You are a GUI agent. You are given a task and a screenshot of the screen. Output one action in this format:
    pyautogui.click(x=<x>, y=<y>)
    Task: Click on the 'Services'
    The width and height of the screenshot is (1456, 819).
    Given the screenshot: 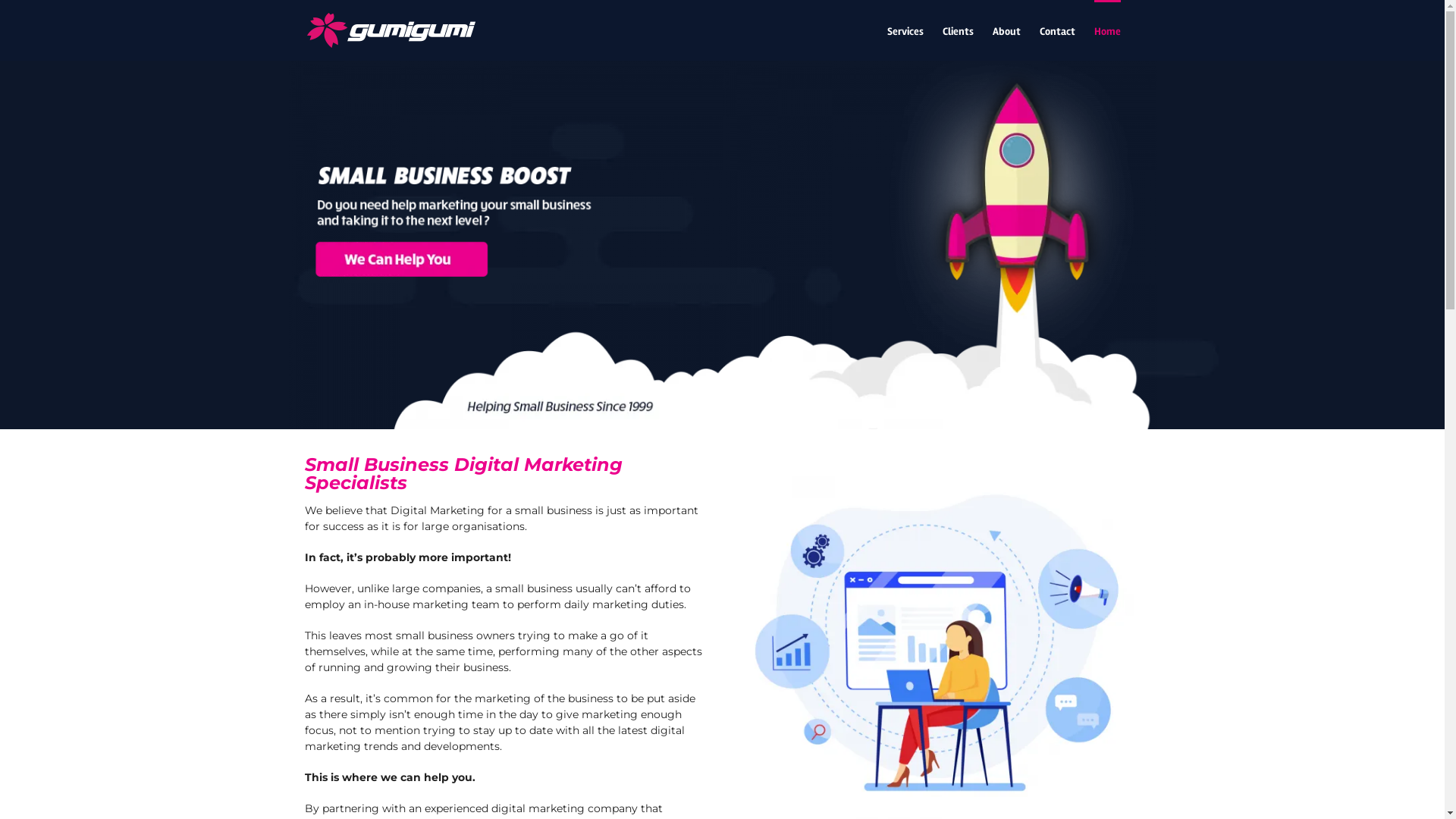 What is the action you would take?
    pyautogui.click(x=905, y=30)
    